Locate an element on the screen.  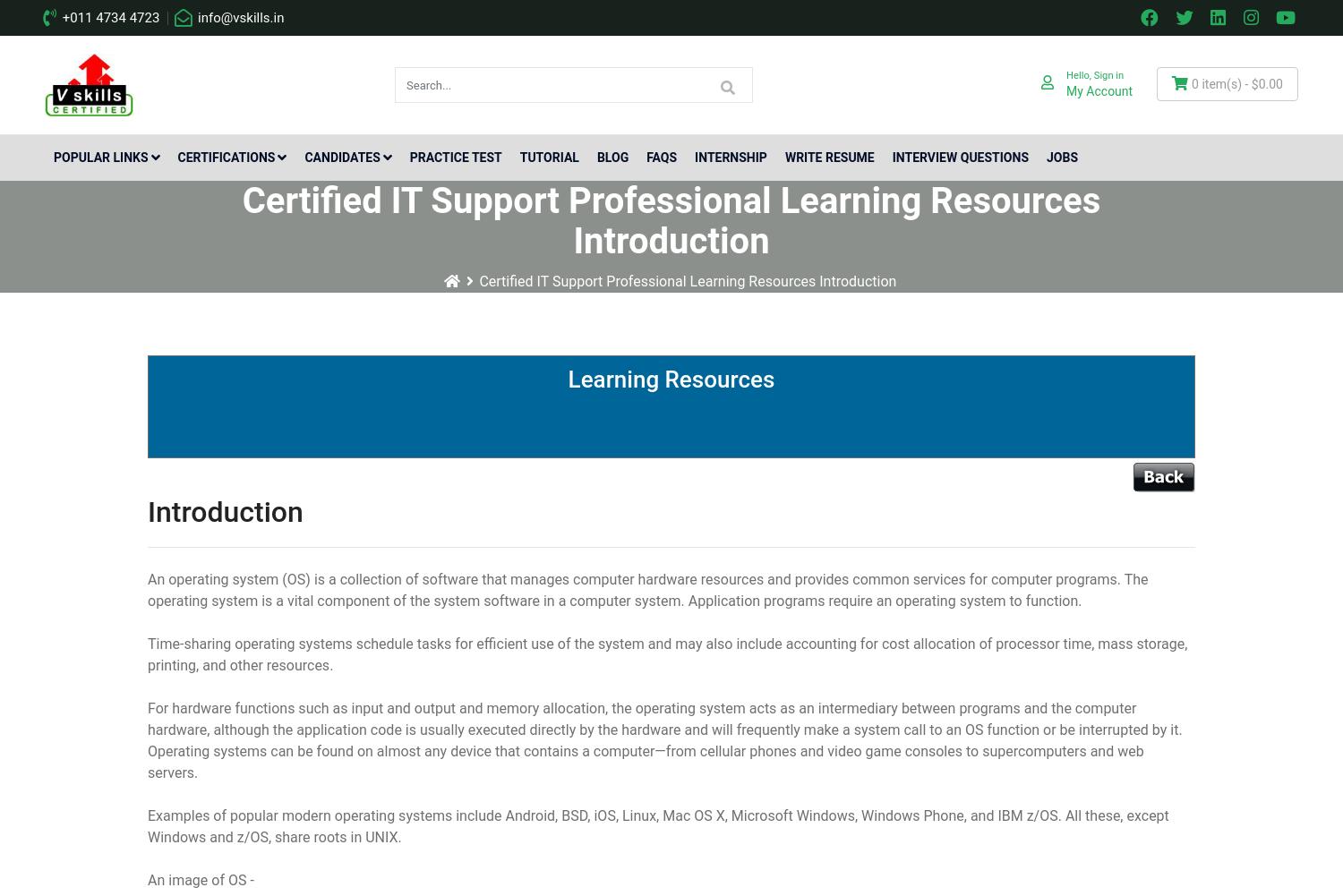
'Databases' is located at coordinates (55, 379).